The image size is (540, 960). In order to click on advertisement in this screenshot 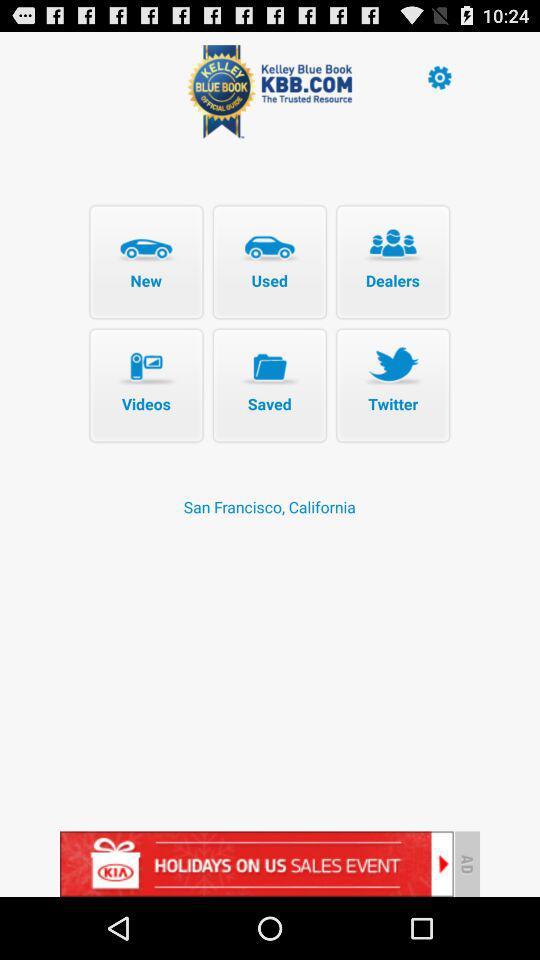, I will do `click(256, 863)`.